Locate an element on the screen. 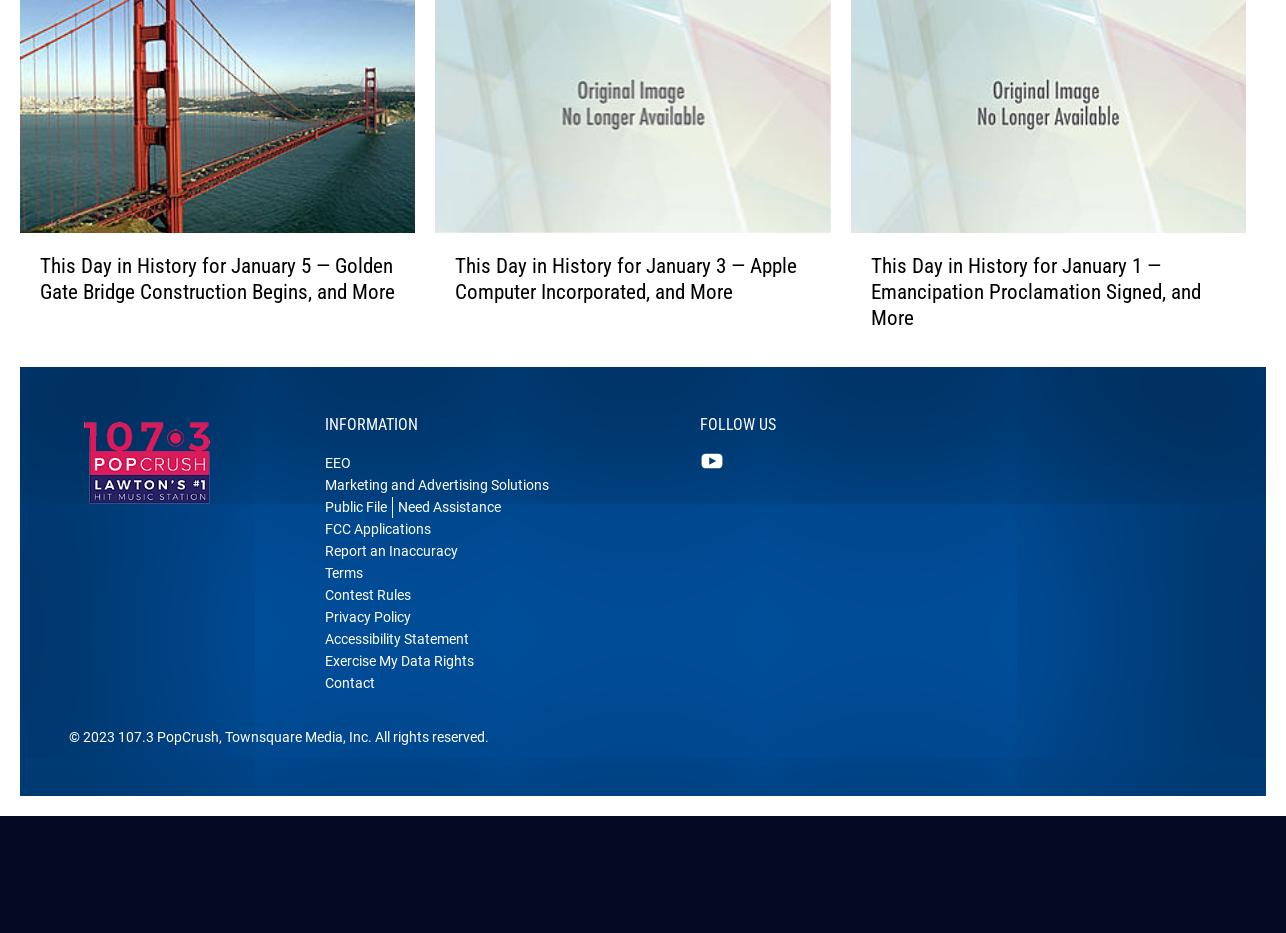 The height and width of the screenshot is (933, 1286). 'Exercise My Data Rights' is located at coordinates (323, 692).